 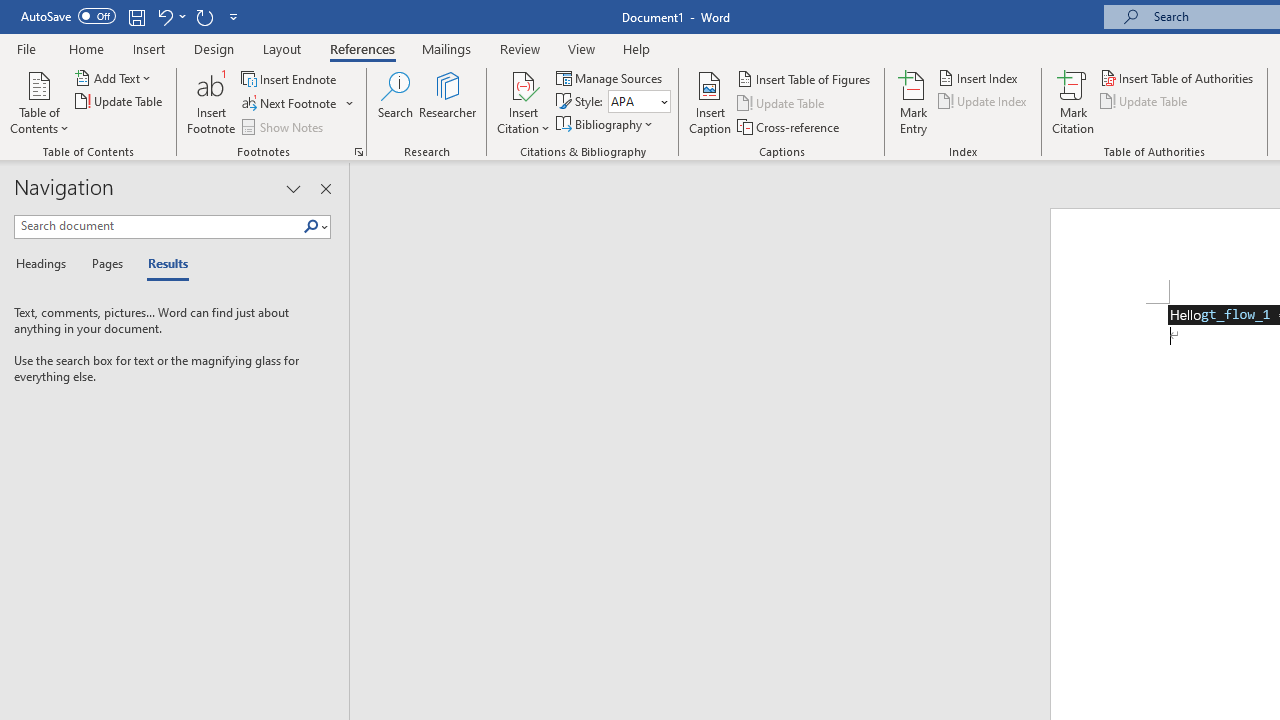 What do you see at coordinates (520, 48) in the screenshot?
I see `'Review'` at bounding box center [520, 48].